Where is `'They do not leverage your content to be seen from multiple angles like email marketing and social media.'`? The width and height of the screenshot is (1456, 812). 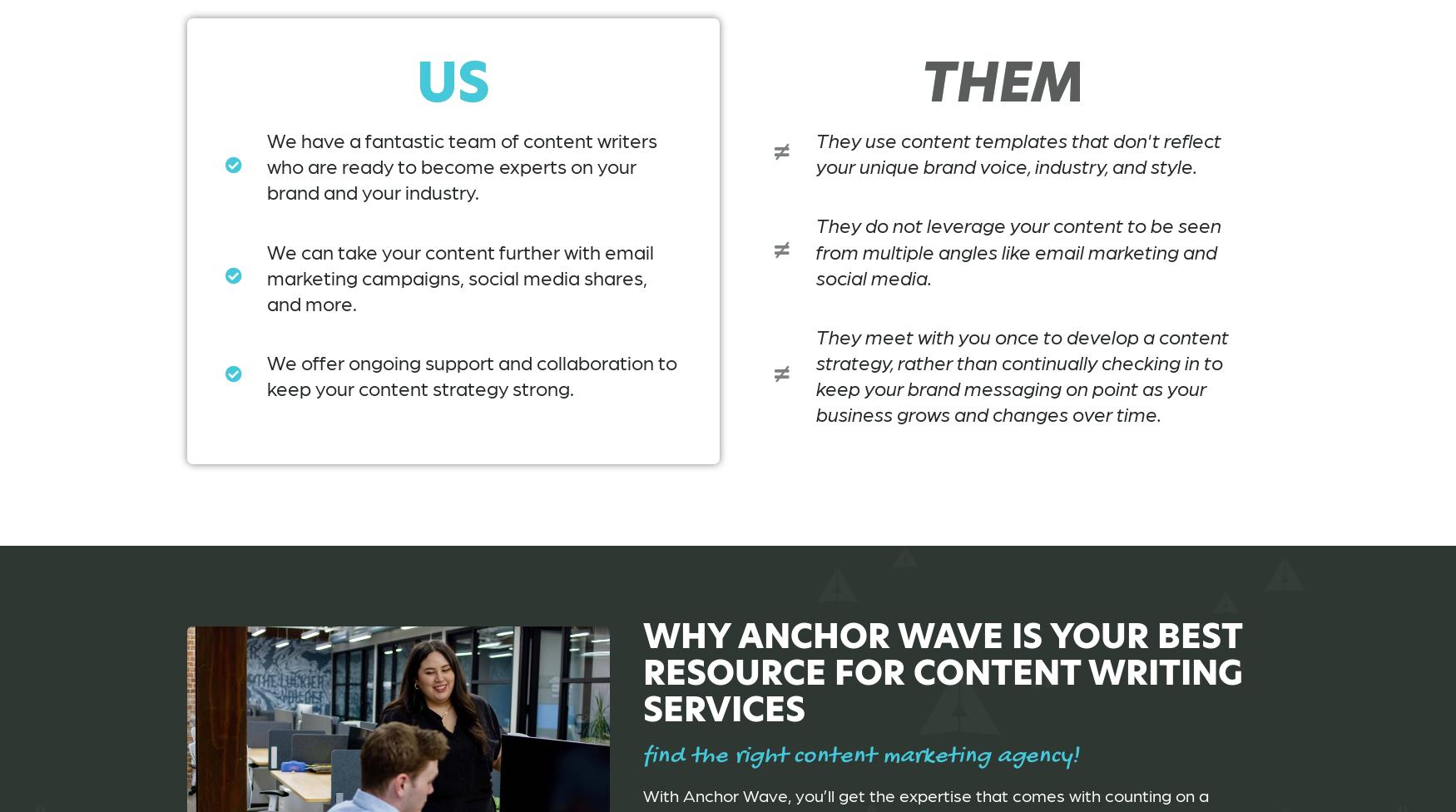
'They do not leverage your content to be seen from multiple angles like email marketing and social media.' is located at coordinates (1018, 250).